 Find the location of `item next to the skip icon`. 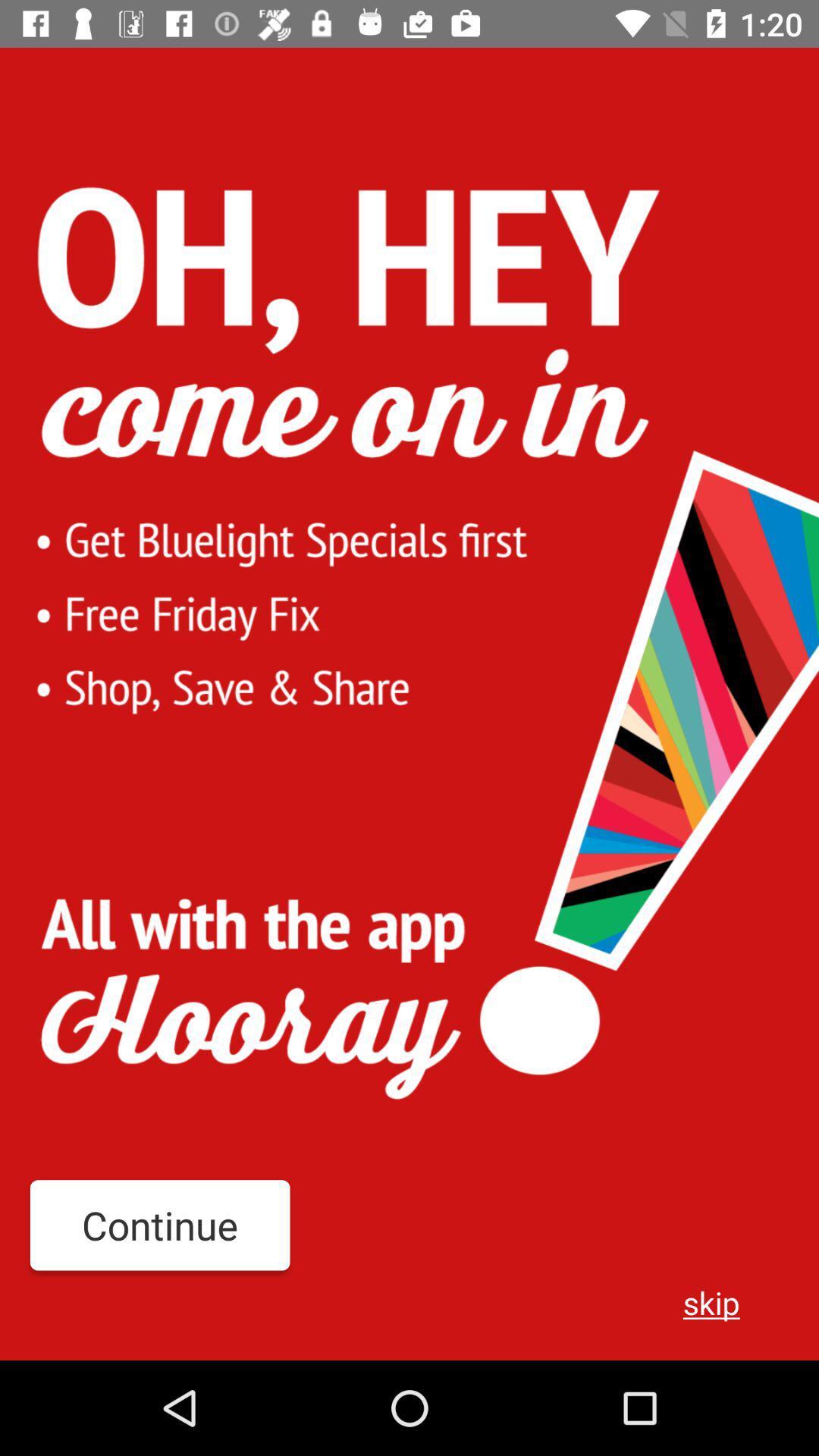

item next to the skip icon is located at coordinates (160, 1225).